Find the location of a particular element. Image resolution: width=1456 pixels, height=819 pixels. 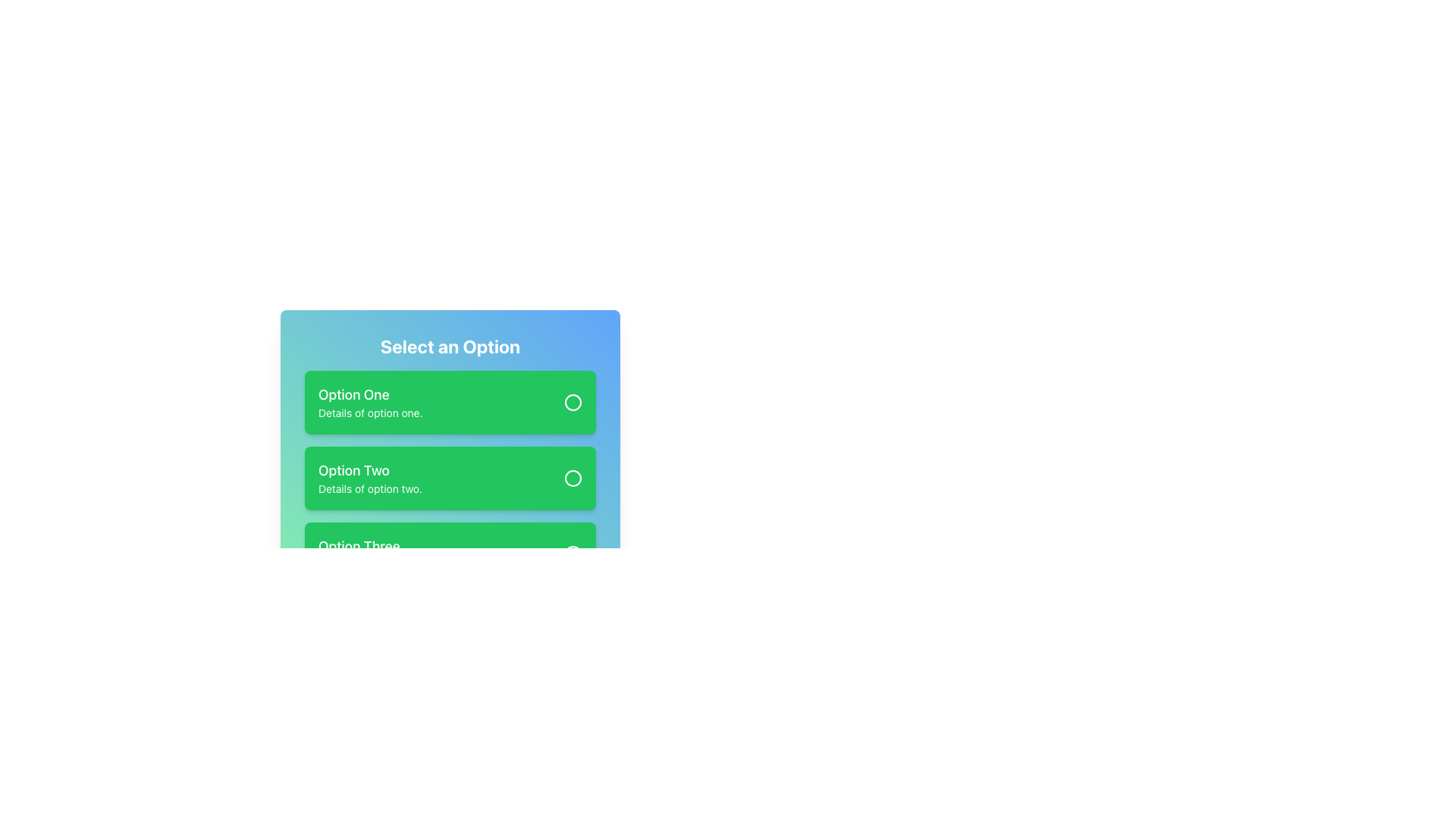

the Radio selection indicator located within the green rectangular section labeled 'Option Two' is located at coordinates (572, 479).